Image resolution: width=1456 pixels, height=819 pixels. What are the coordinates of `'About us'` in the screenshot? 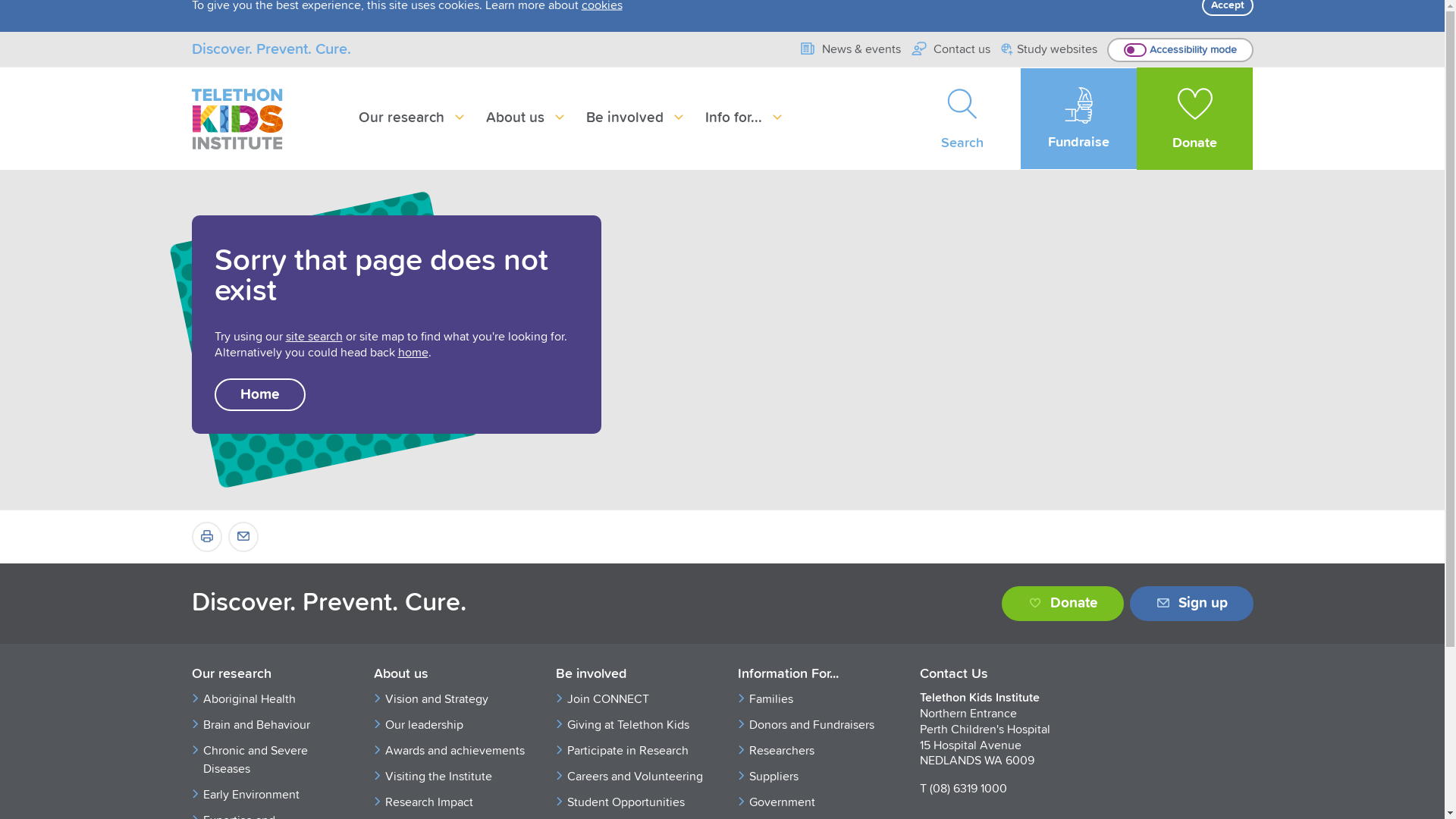 It's located at (526, 117).